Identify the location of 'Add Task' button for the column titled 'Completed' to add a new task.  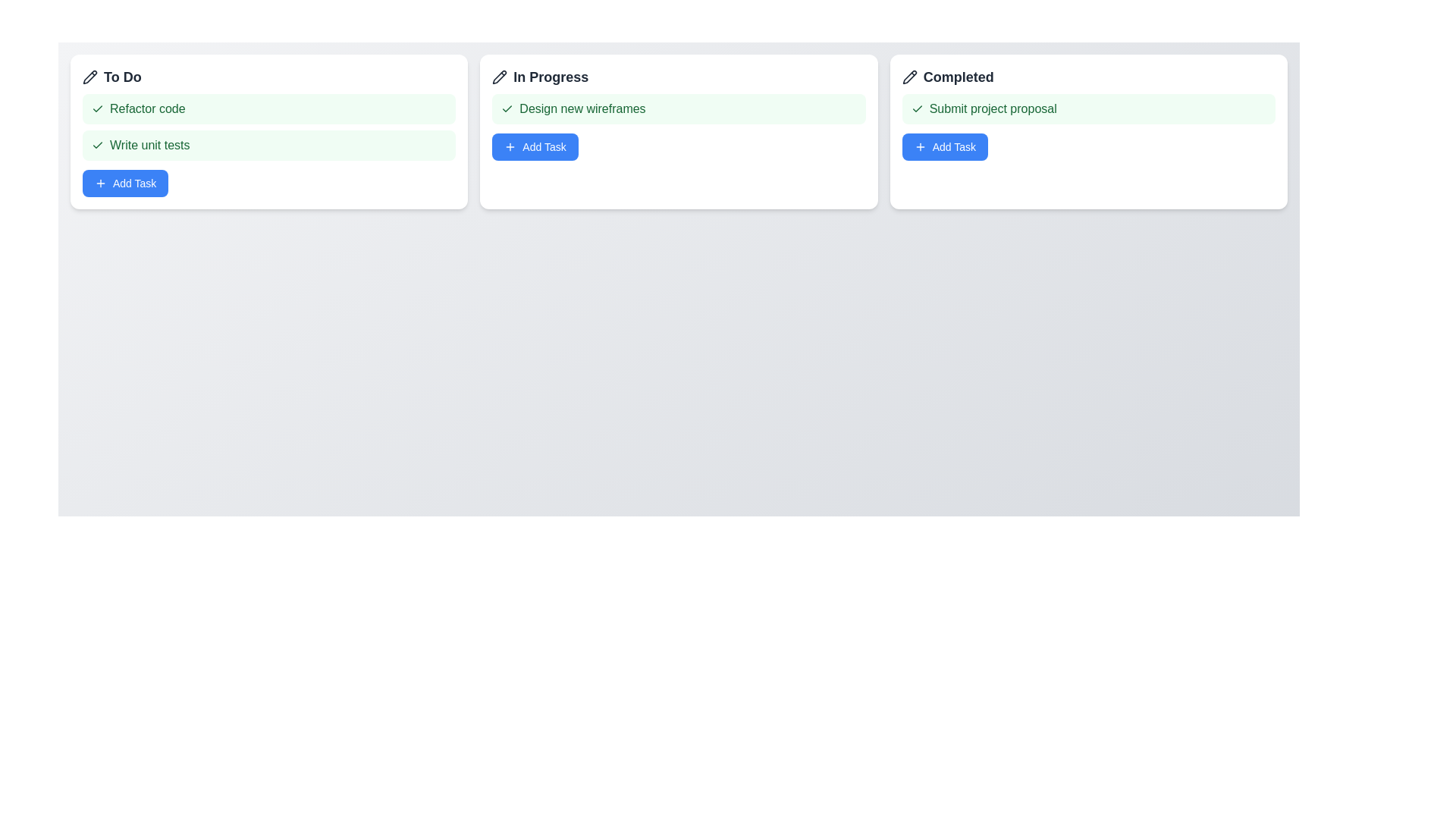
(944, 146).